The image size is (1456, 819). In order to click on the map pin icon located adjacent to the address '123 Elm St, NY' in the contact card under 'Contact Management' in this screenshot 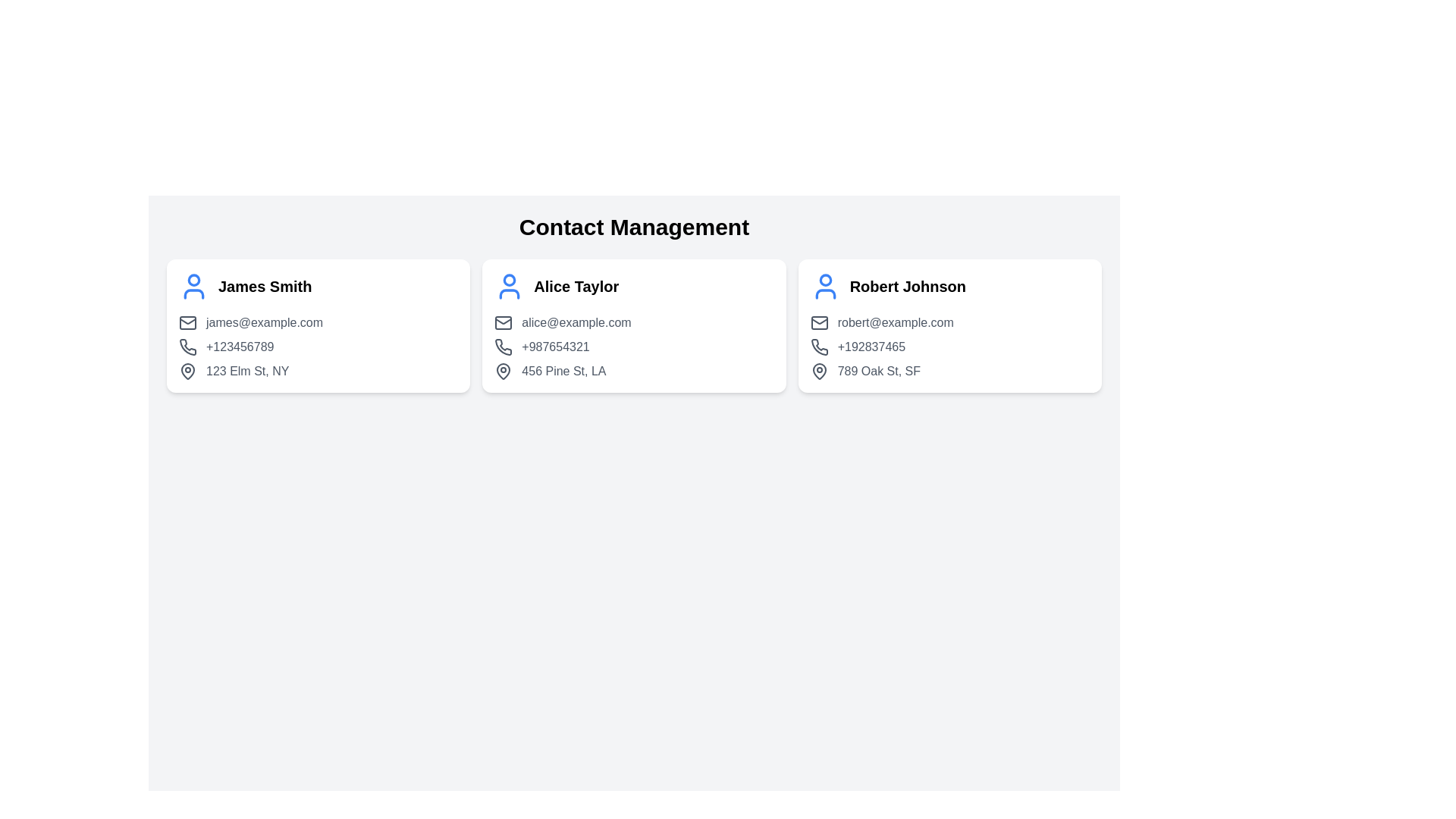, I will do `click(187, 371)`.